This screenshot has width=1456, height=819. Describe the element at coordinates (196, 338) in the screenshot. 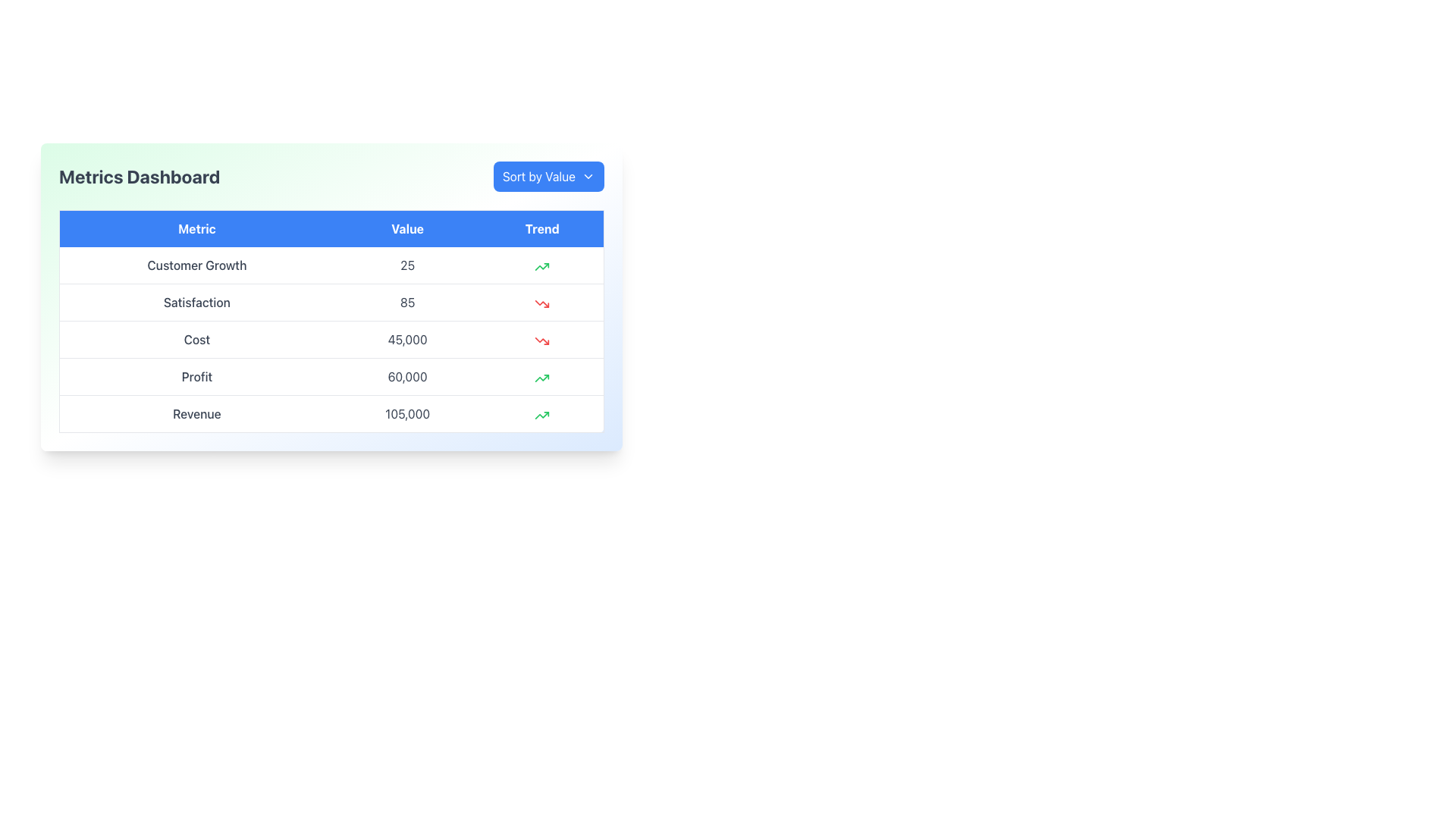

I see `the Text Label indicating 'Cost' located in the third row under the 'Metric' column of the table` at that location.